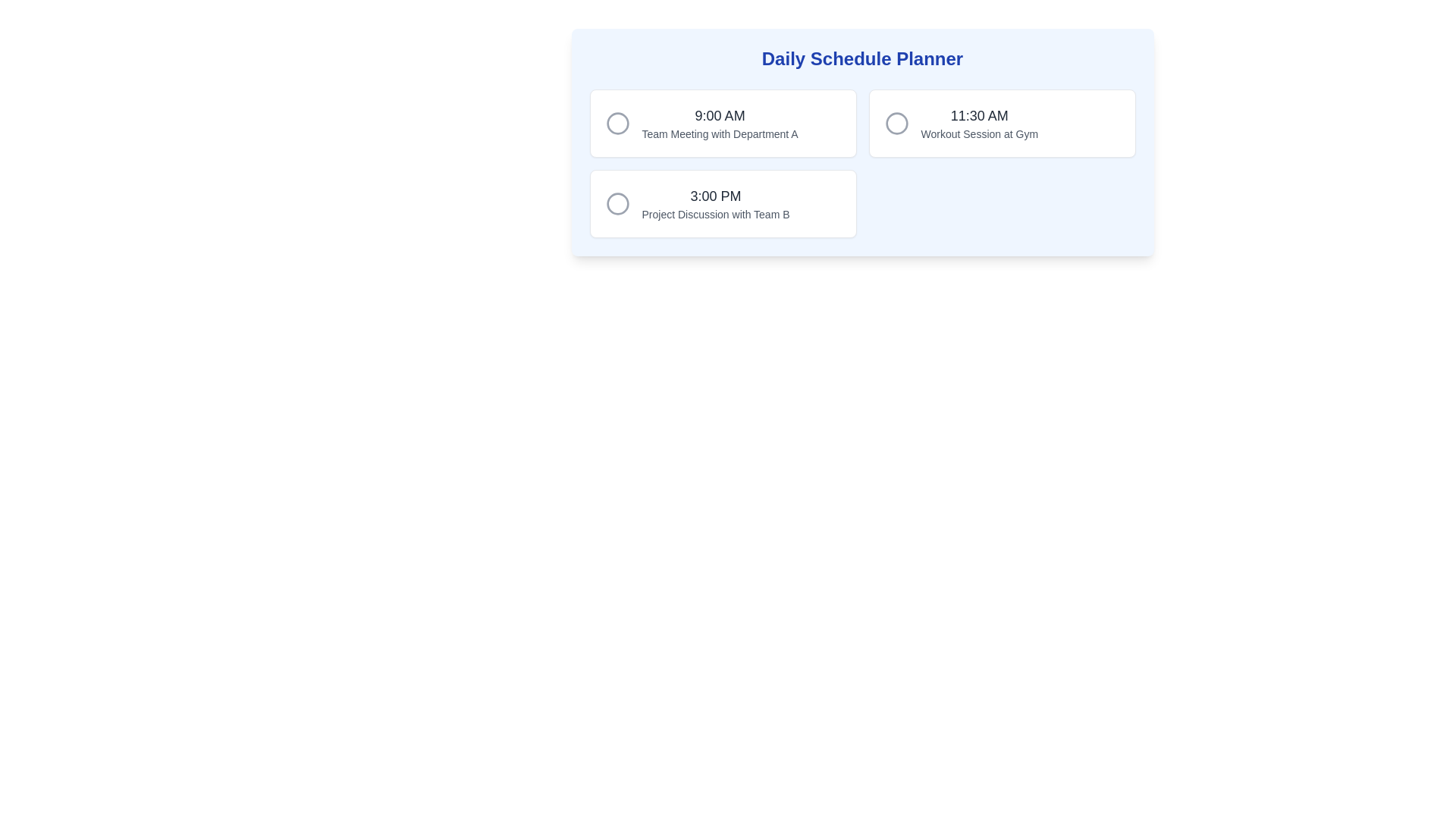  I want to click on the circular outline icon located within the card titled '3:00 PM Project Discussion with Team B', which is positioned to the left of the associated text, so click(617, 203).